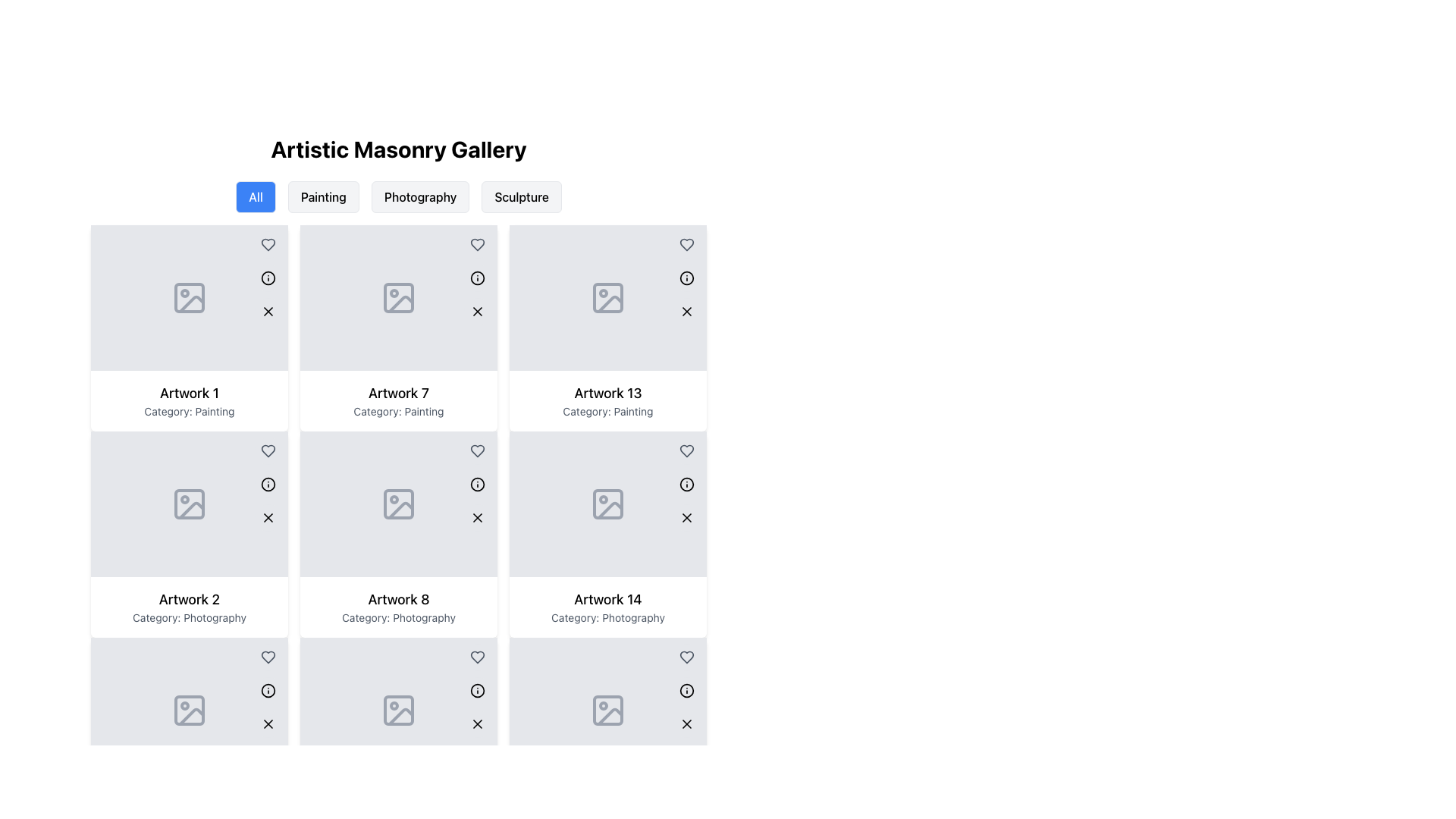 The image size is (1456, 819). What do you see at coordinates (399, 504) in the screenshot?
I see `the small rectangular graphical decoration located within the image icon under the 'Artwork 8' tile, which is in the second column, second row of the gallery grid` at bounding box center [399, 504].